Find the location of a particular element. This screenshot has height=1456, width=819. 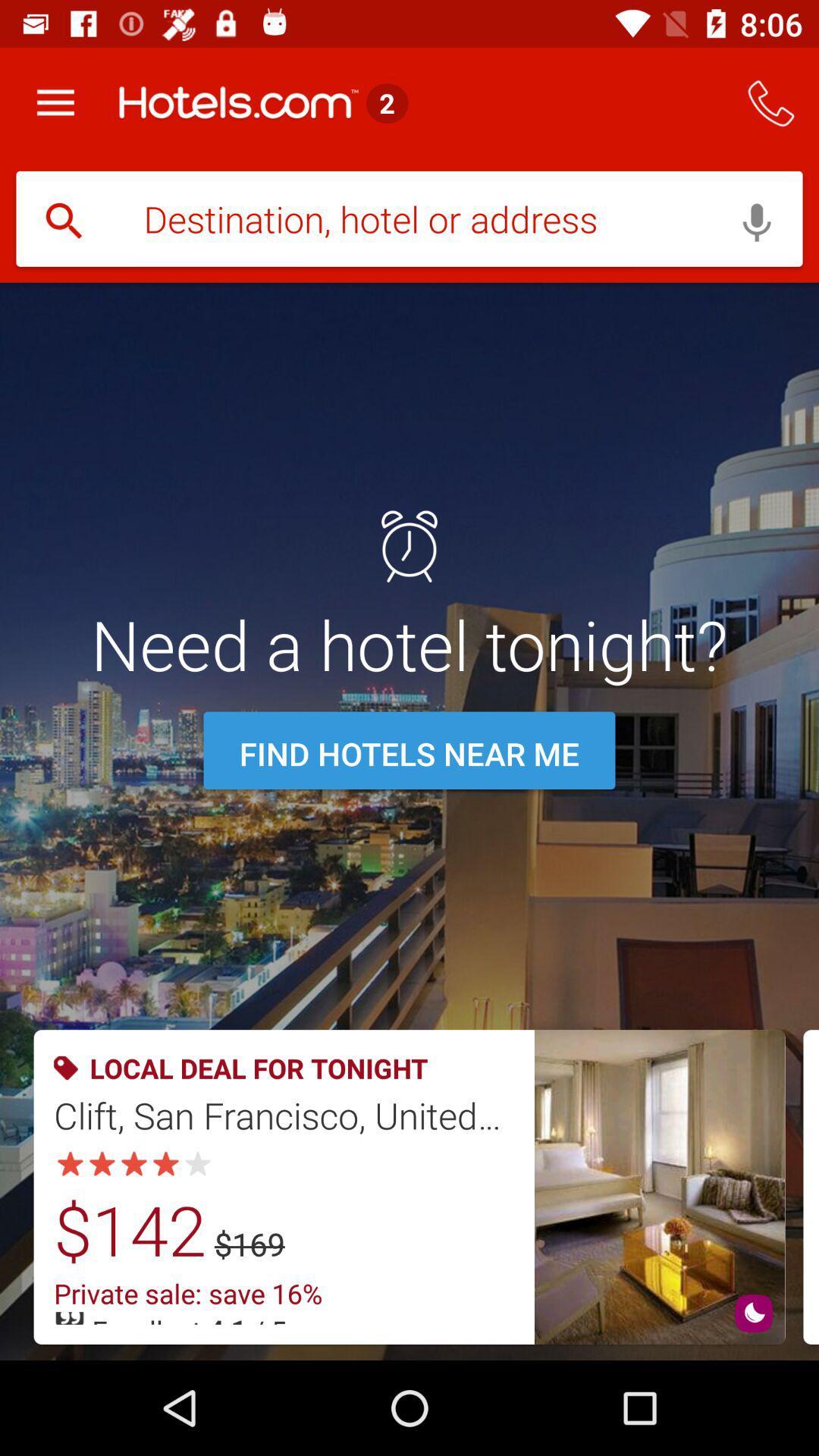

icon to the right of the 2 is located at coordinates (771, 102).